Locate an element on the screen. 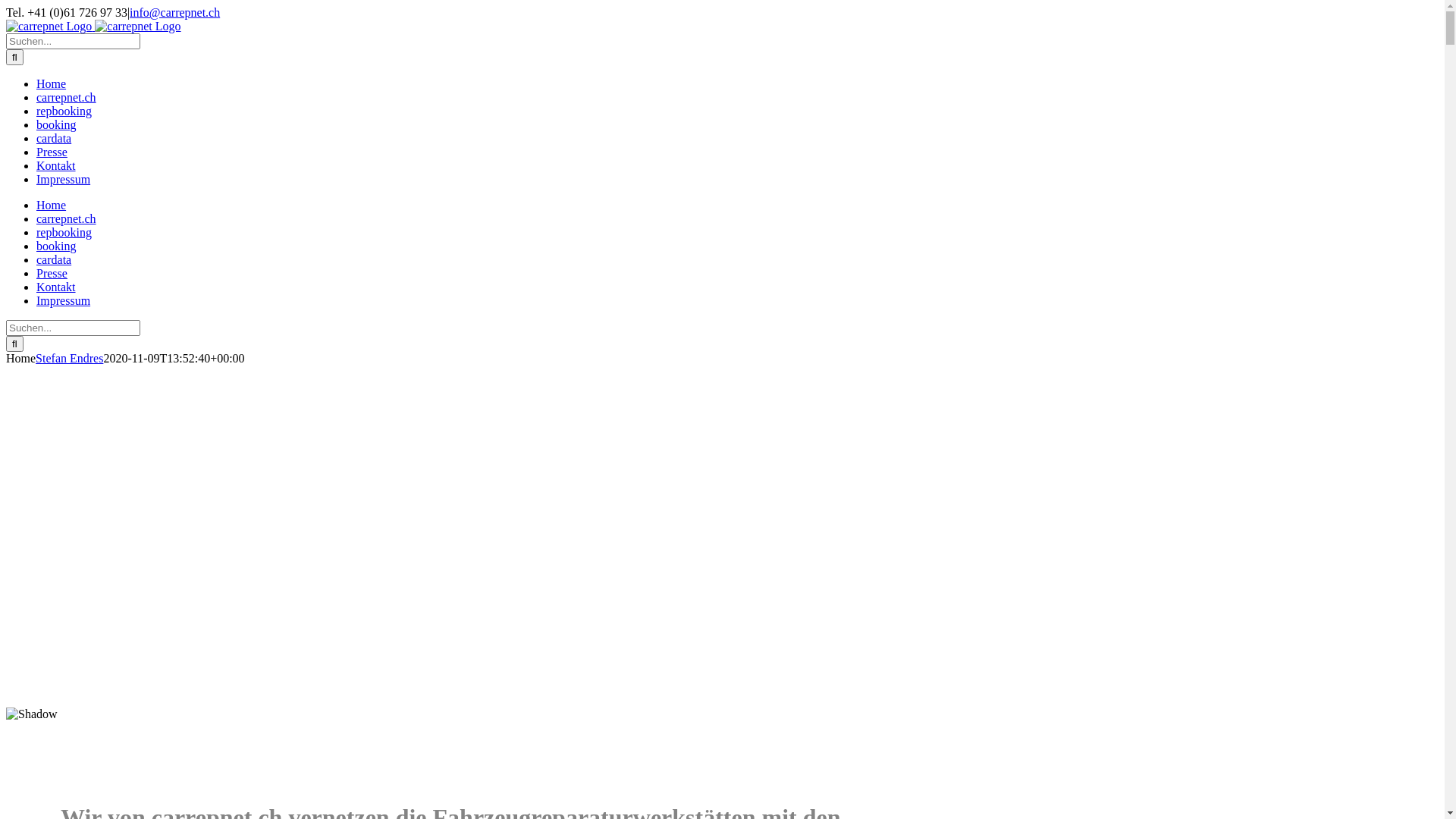 The width and height of the screenshot is (1456, 819). 'info@carrepnet.ch' is located at coordinates (174, 12).